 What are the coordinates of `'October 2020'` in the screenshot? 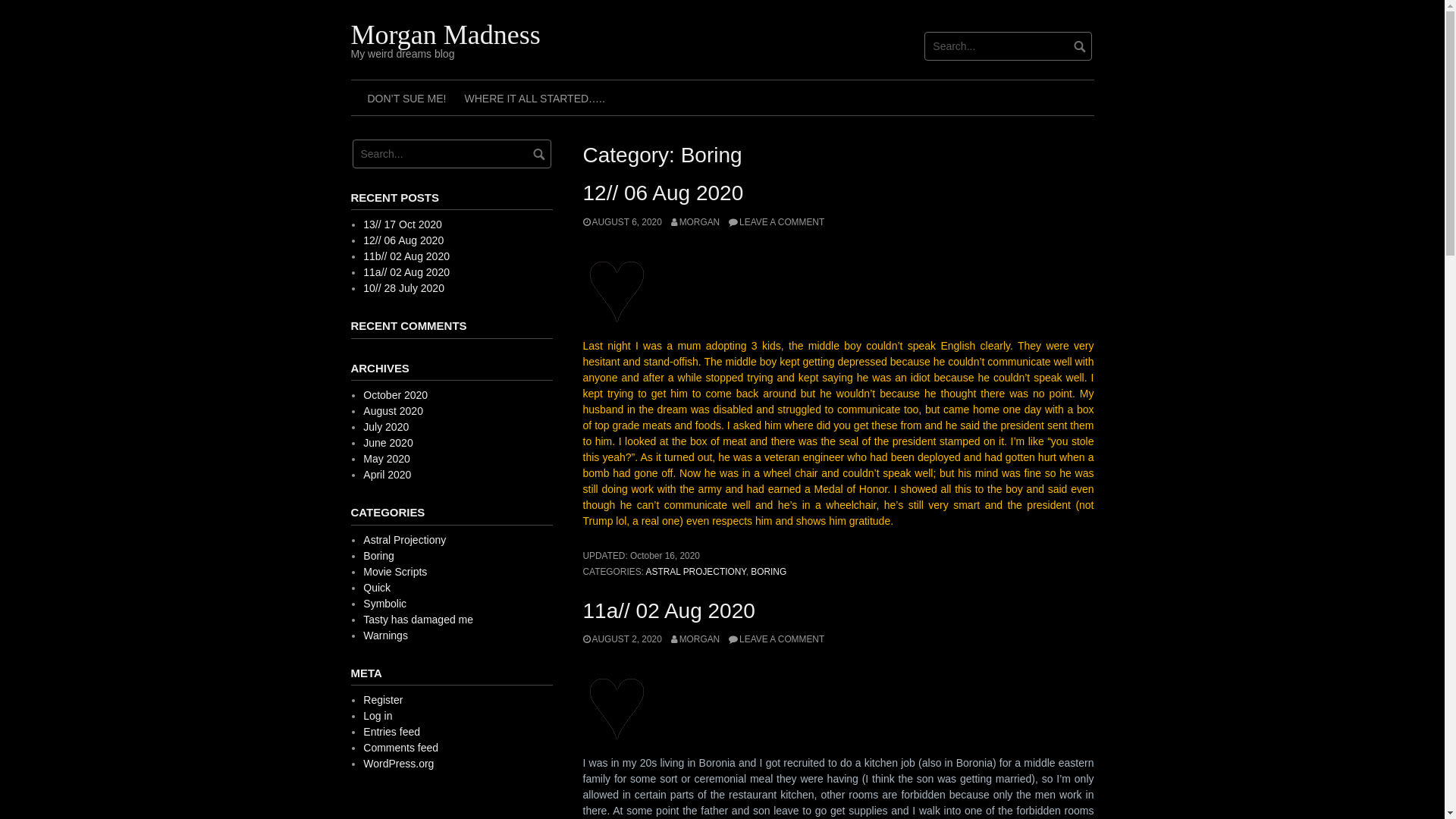 It's located at (395, 394).